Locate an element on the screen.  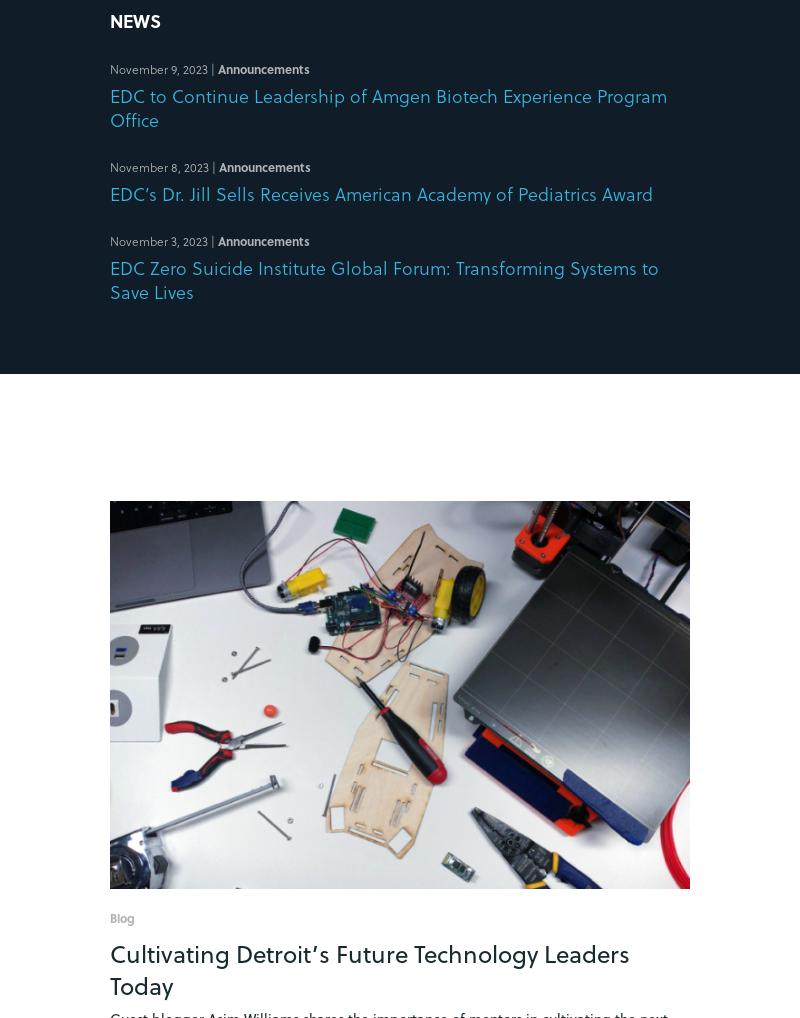
'November 3, 2023' is located at coordinates (109, 243).